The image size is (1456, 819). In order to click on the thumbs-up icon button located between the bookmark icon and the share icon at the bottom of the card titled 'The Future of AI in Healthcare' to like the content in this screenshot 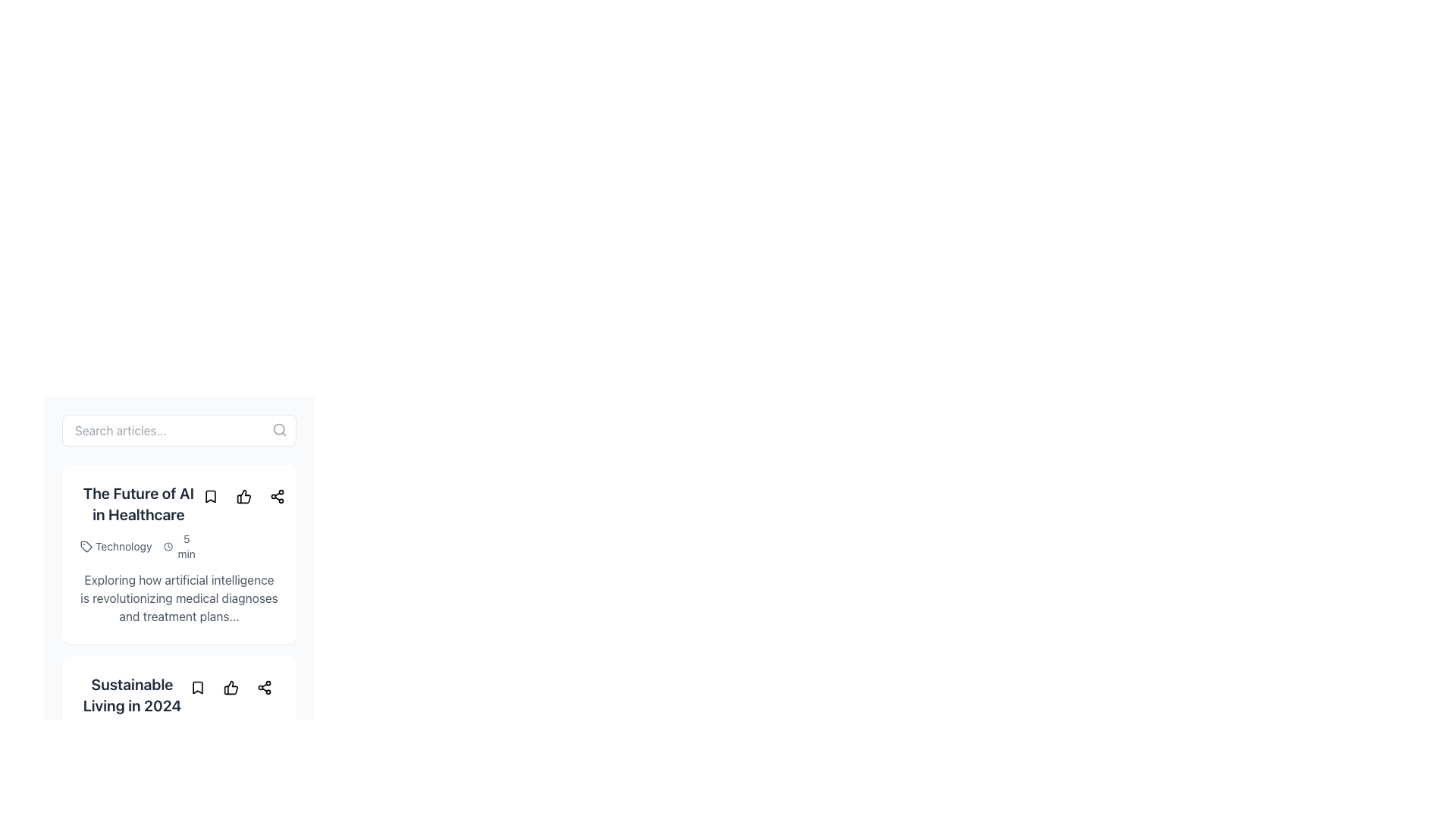, I will do `click(243, 497)`.